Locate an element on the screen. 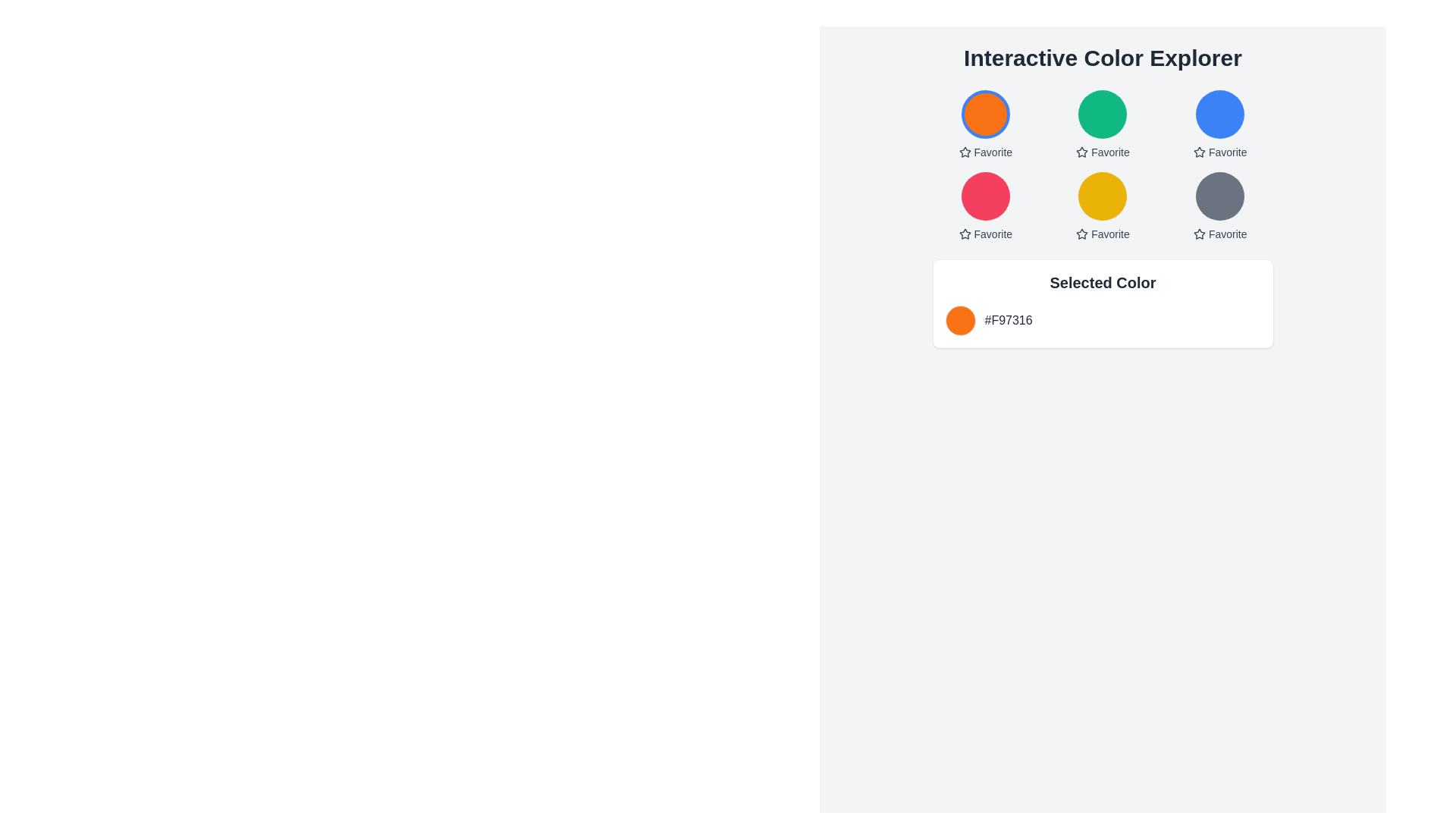 This screenshot has height=819, width=1456. the blue circle on the third Interactive Card in the top row of the grid layout is located at coordinates (1220, 124).